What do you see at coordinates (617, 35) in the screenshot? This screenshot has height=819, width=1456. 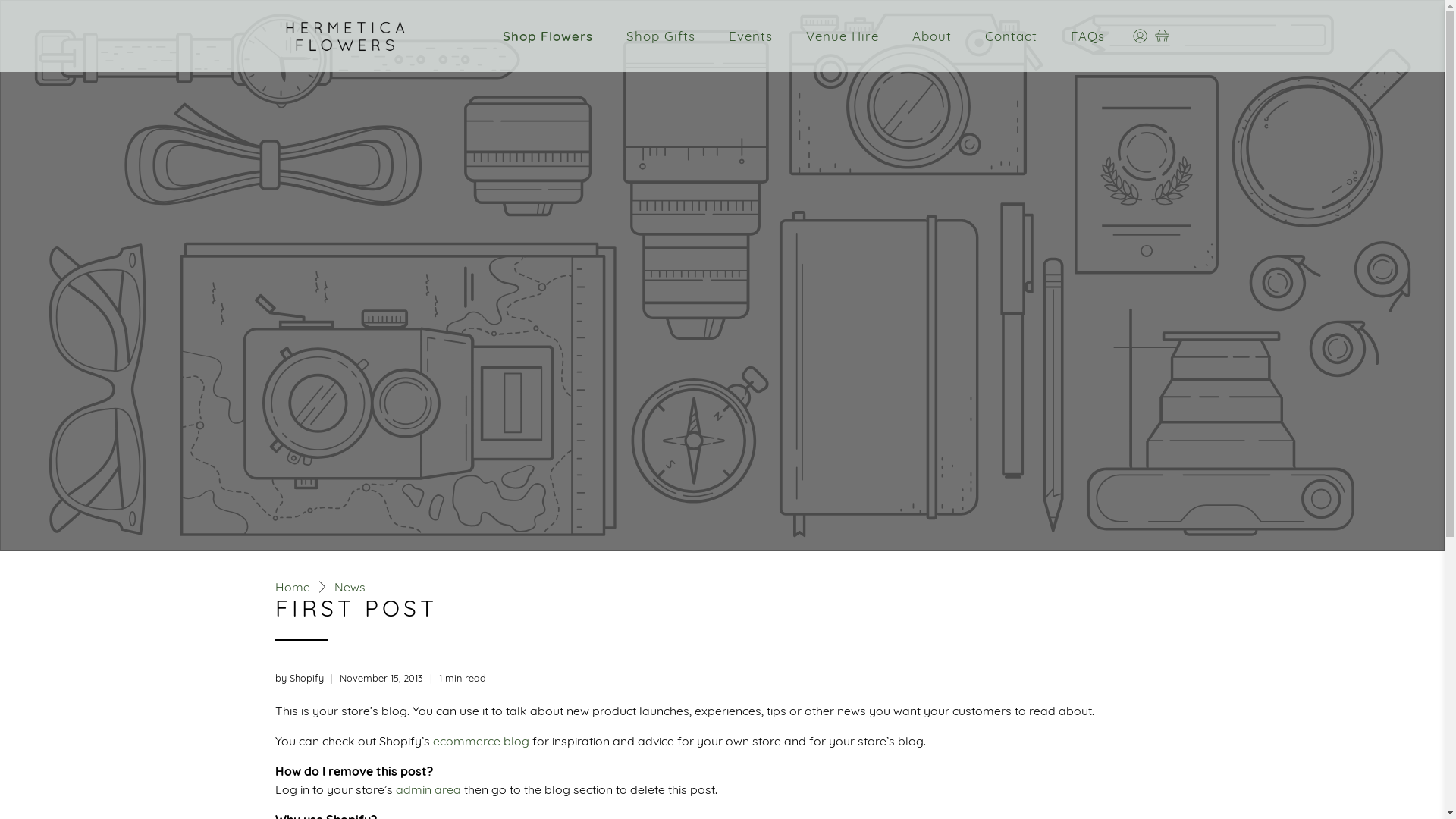 I see `'Shop Gifts'` at bounding box center [617, 35].